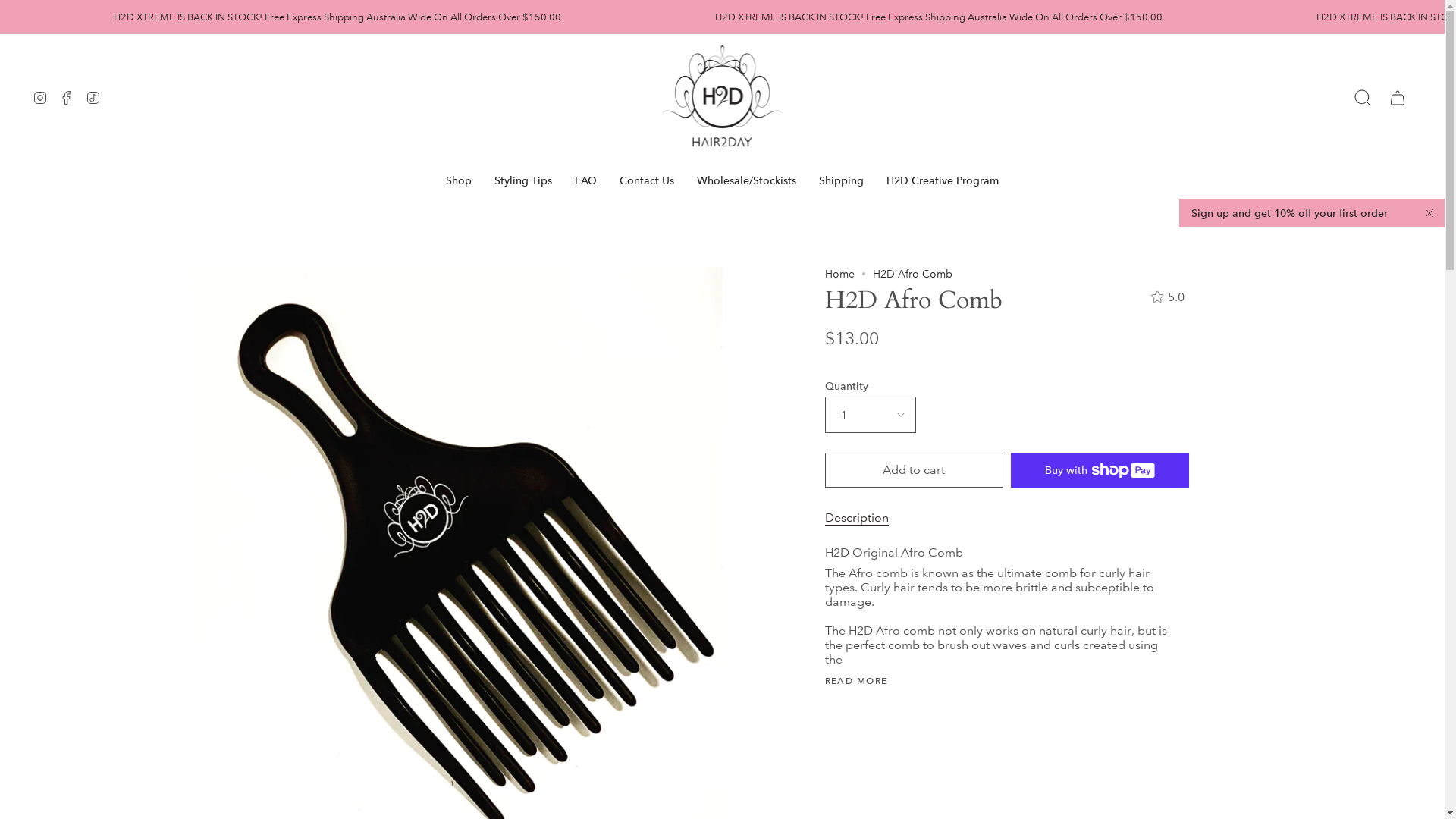 The width and height of the screenshot is (1456, 819). What do you see at coordinates (65, 98) in the screenshot?
I see `'Facebook'` at bounding box center [65, 98].